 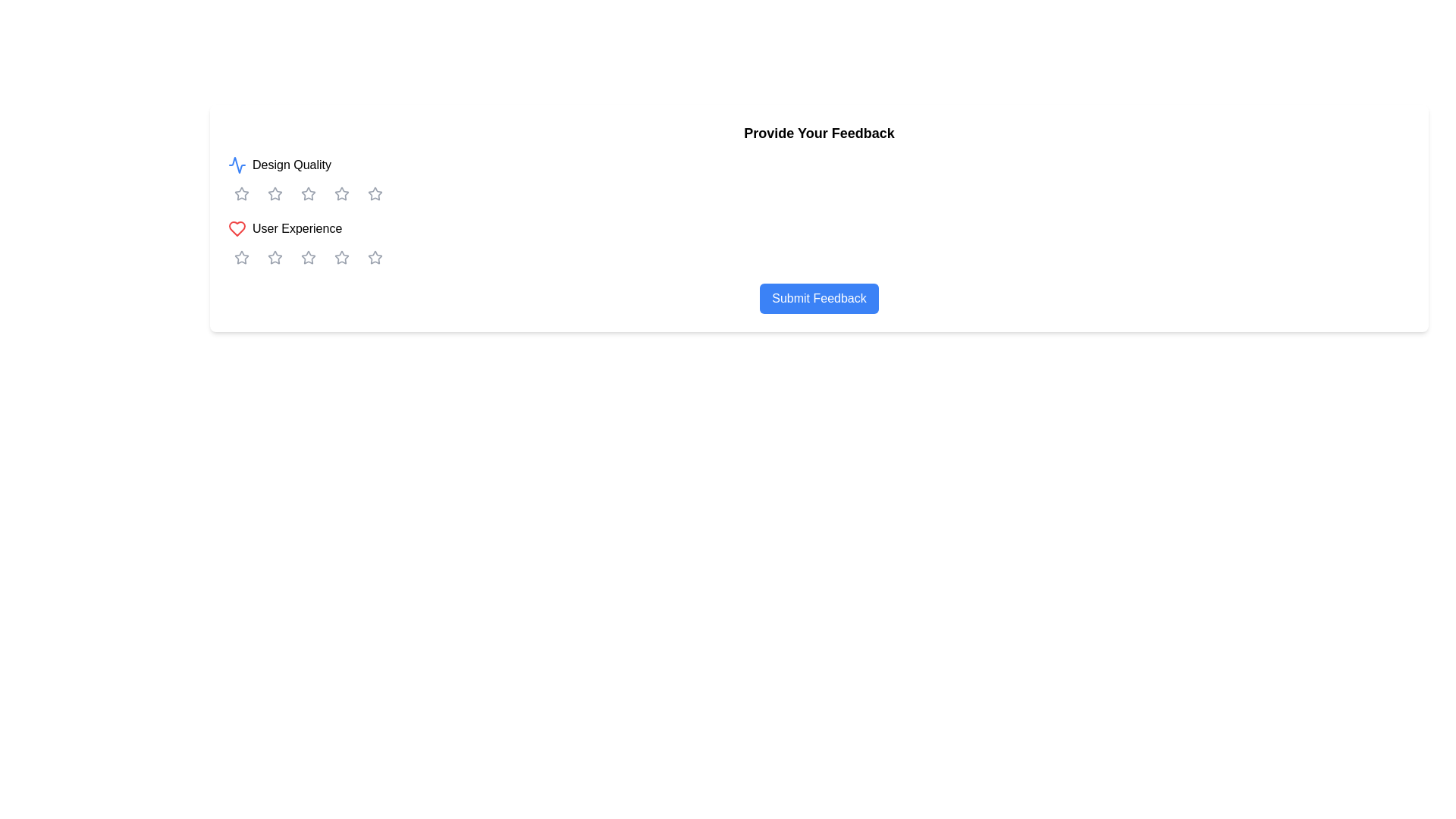 What do you see at coordinates (275, 256) in the screenshot?
I see `the second star in the 'User Experience' rating row` at bounding box center [275, 256].